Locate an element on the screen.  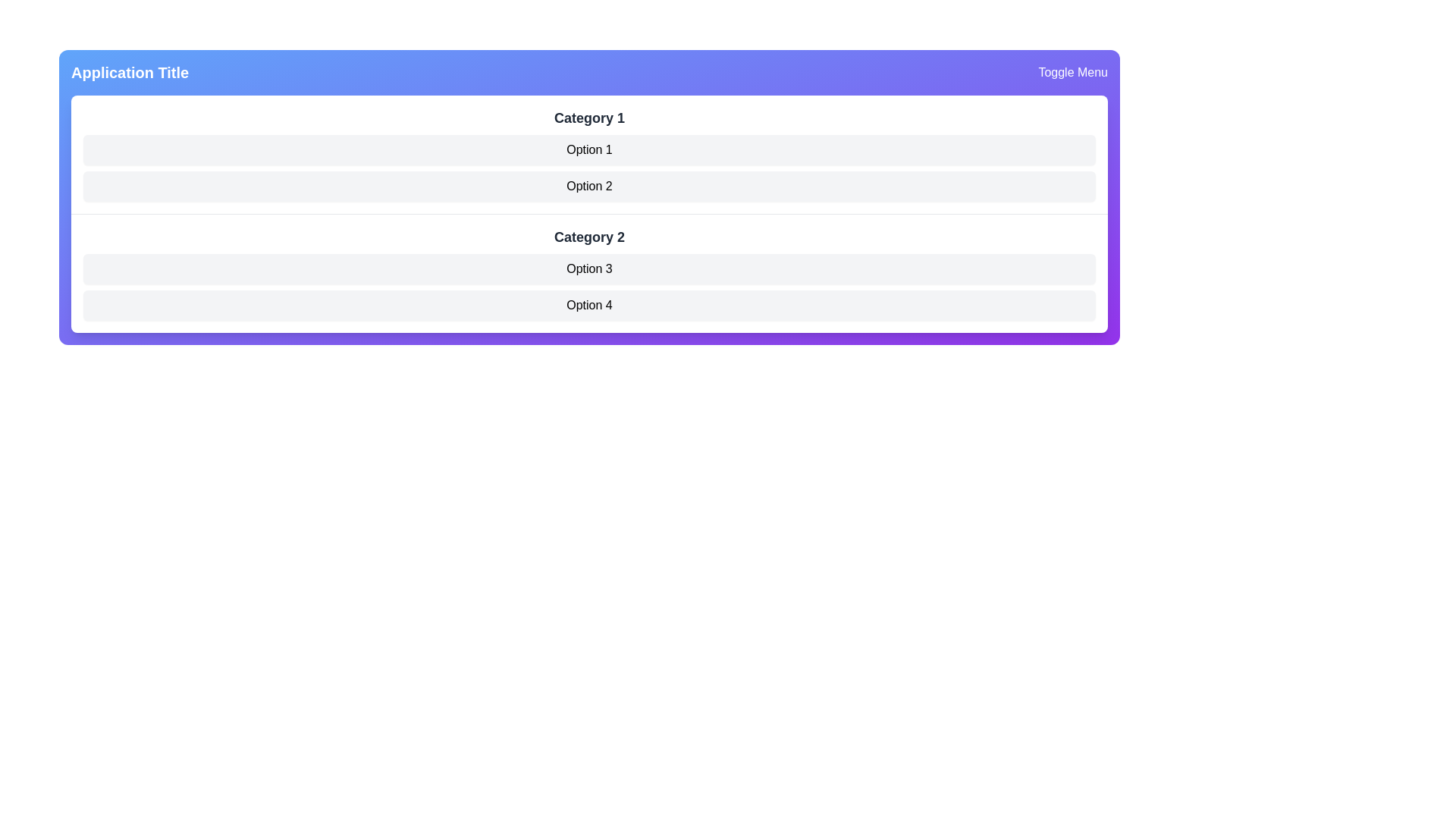
the first selectable option button in the 'Category 1' section, which is styled for interaction but currently non-interactive is located at coordinates (588, 149).